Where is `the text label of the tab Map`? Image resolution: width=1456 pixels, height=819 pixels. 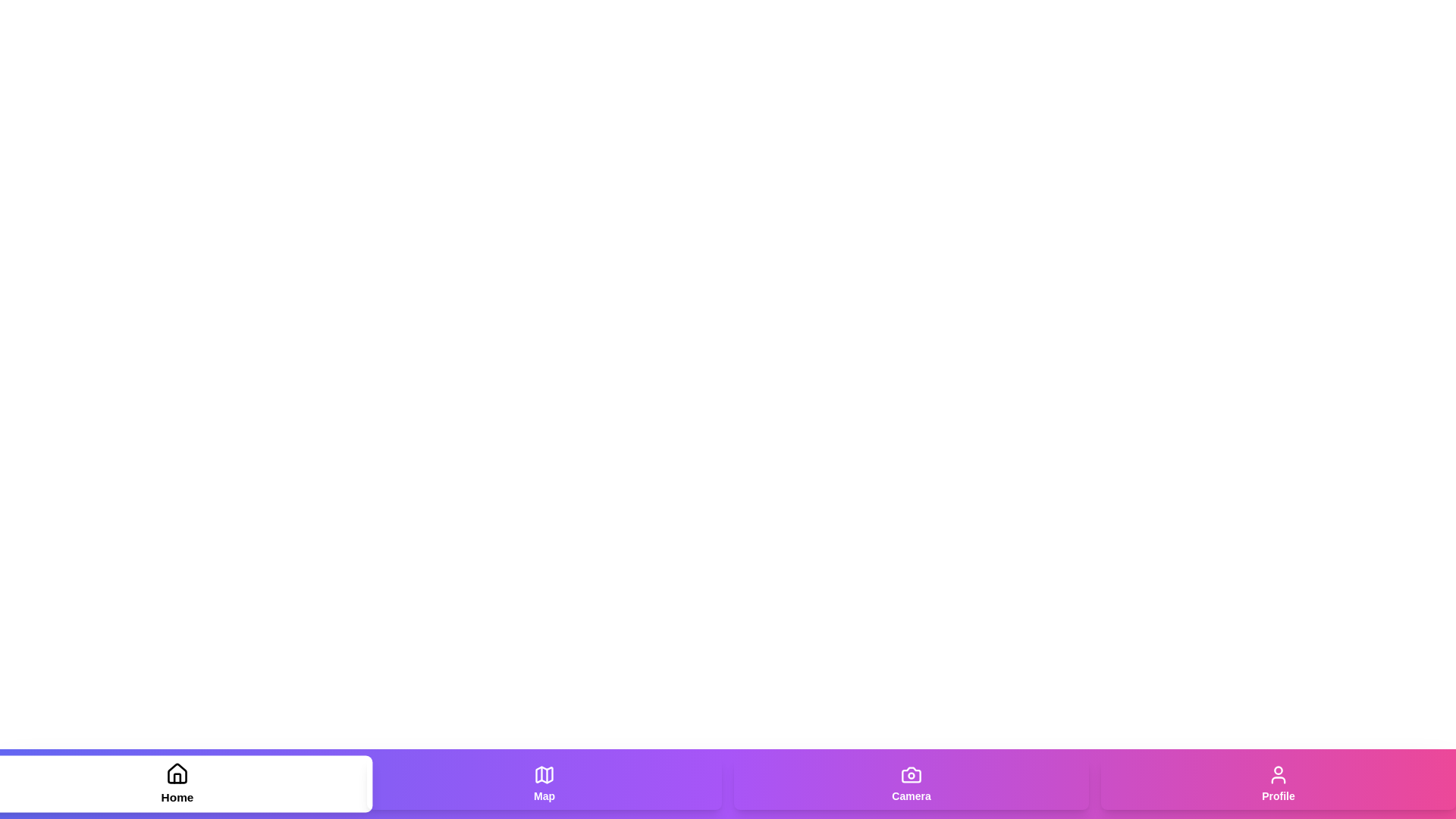 the text label of the tab Map is located at coordinates (544, 795).